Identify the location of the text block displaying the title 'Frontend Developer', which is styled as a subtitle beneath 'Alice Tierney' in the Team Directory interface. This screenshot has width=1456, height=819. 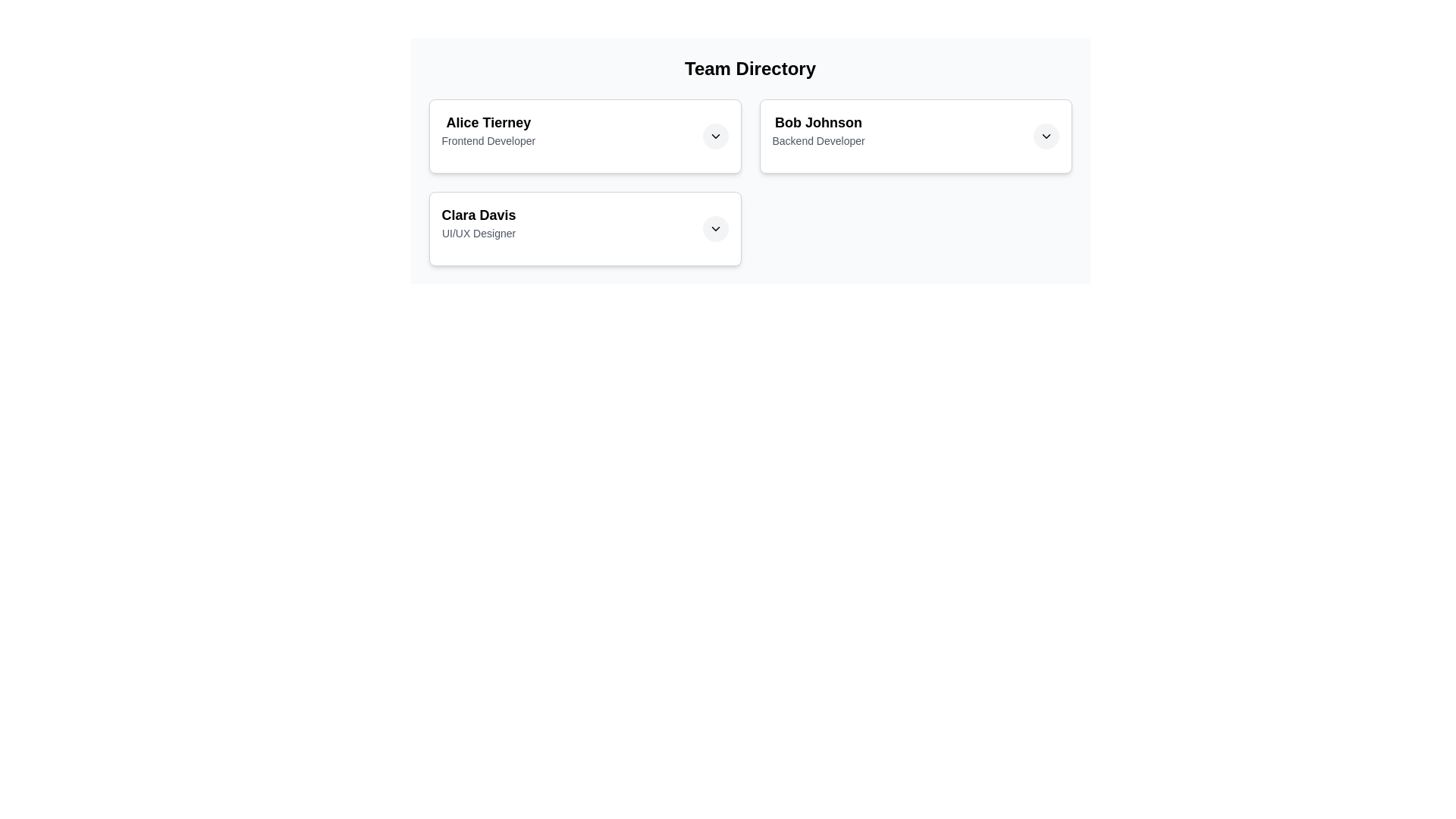
(488, 140).